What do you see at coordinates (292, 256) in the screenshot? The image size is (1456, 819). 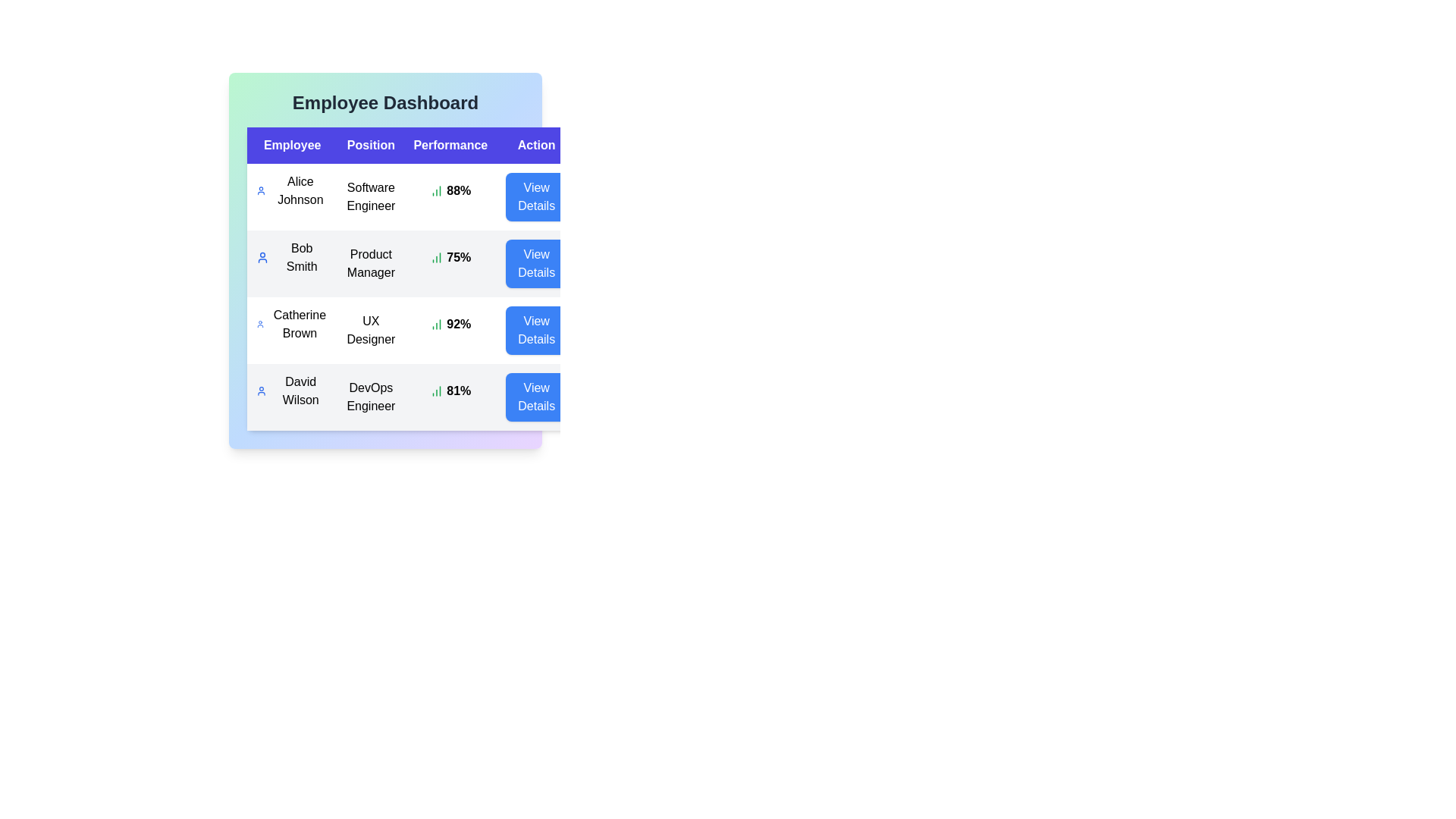 I see `the Bob Smith row to observe potential tooltips or visual feedback` at bounding box center [292, 256].